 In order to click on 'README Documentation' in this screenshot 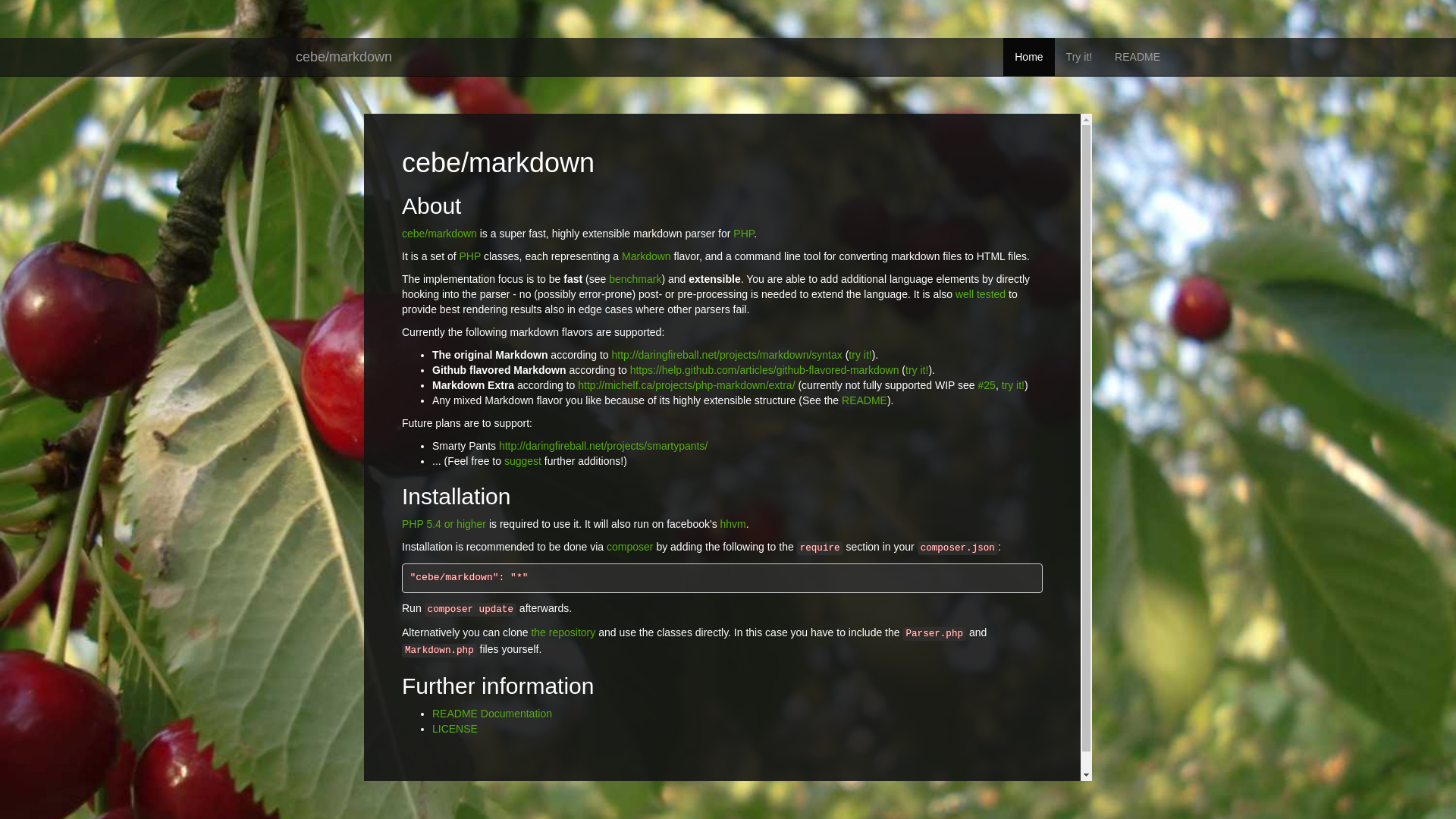, I will do `click(491, 714)`.